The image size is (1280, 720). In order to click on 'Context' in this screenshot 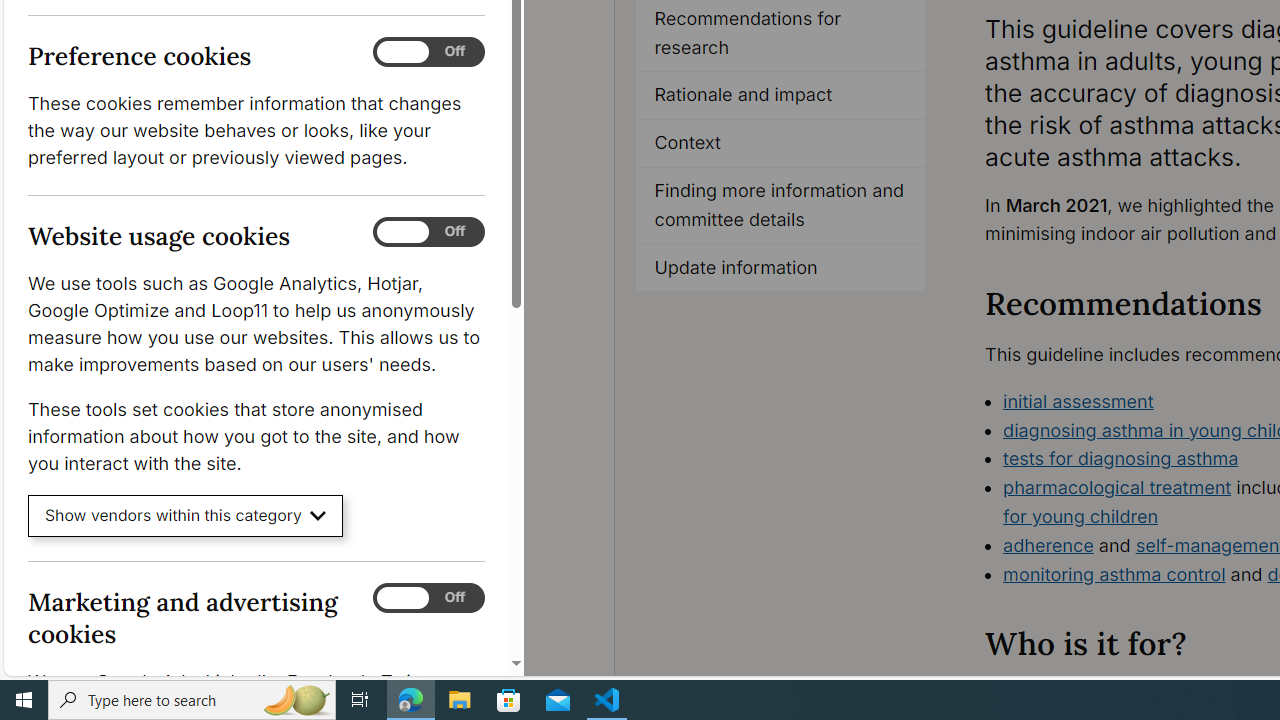, I will do `click(780, 143)`.